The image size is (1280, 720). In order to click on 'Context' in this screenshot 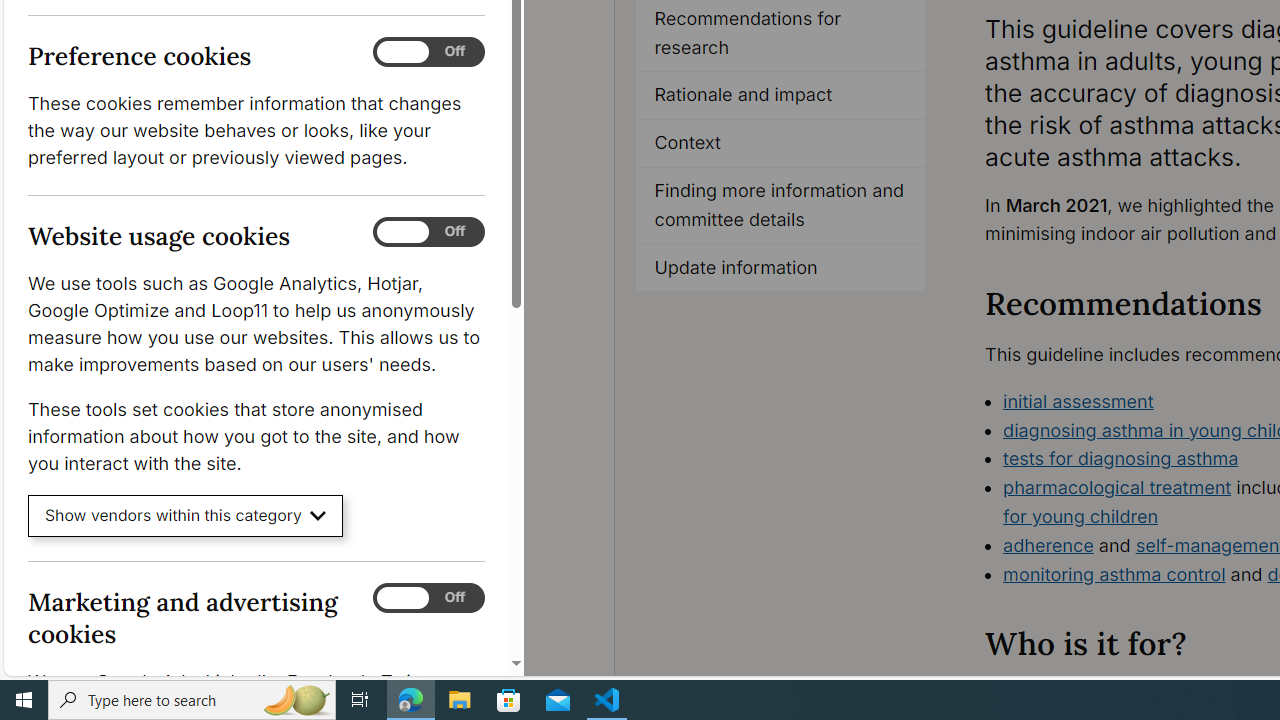, I will do `click(780, 143)`.